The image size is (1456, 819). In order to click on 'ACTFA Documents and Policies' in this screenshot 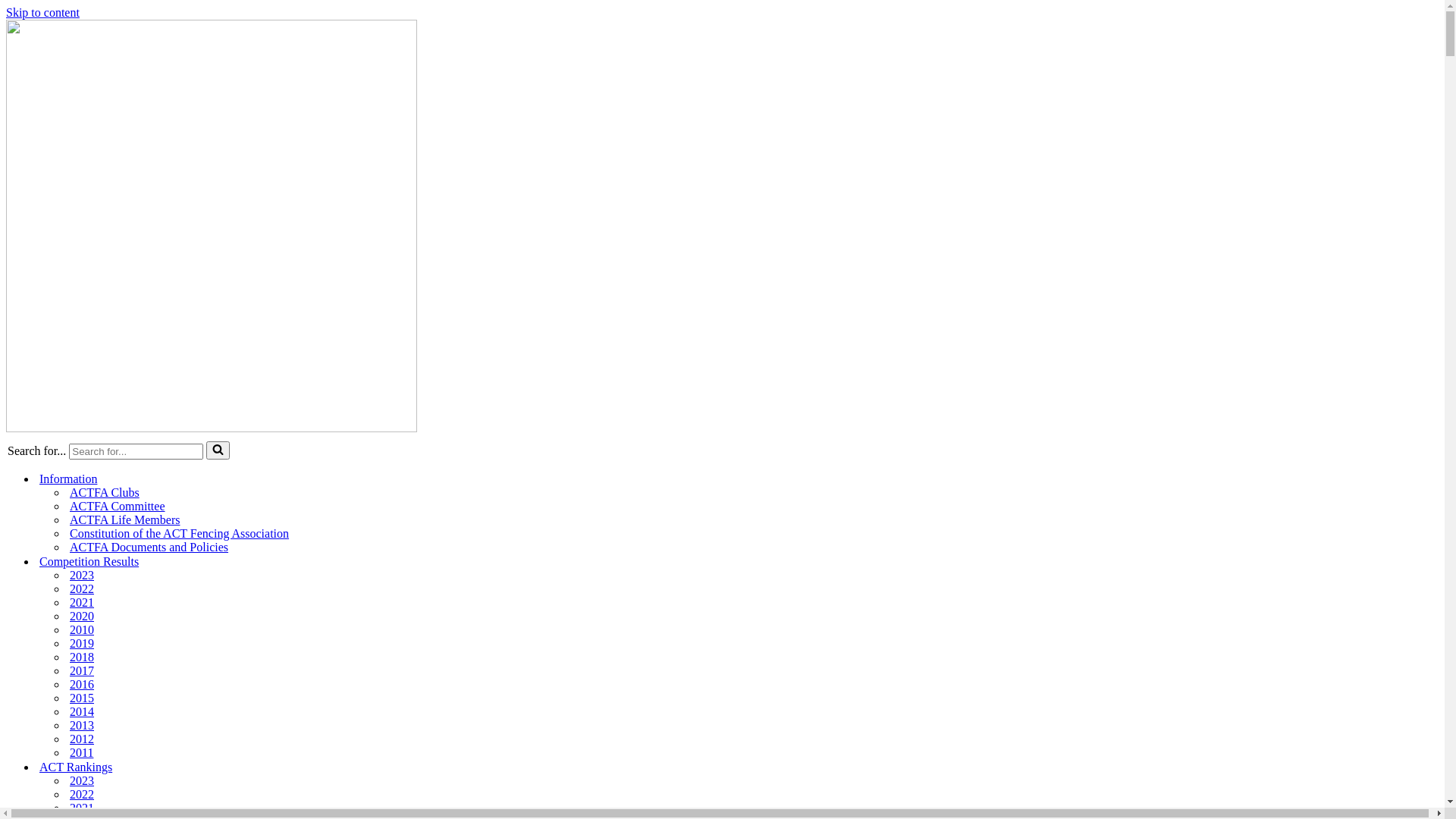, I will do `click(149, 547)`.